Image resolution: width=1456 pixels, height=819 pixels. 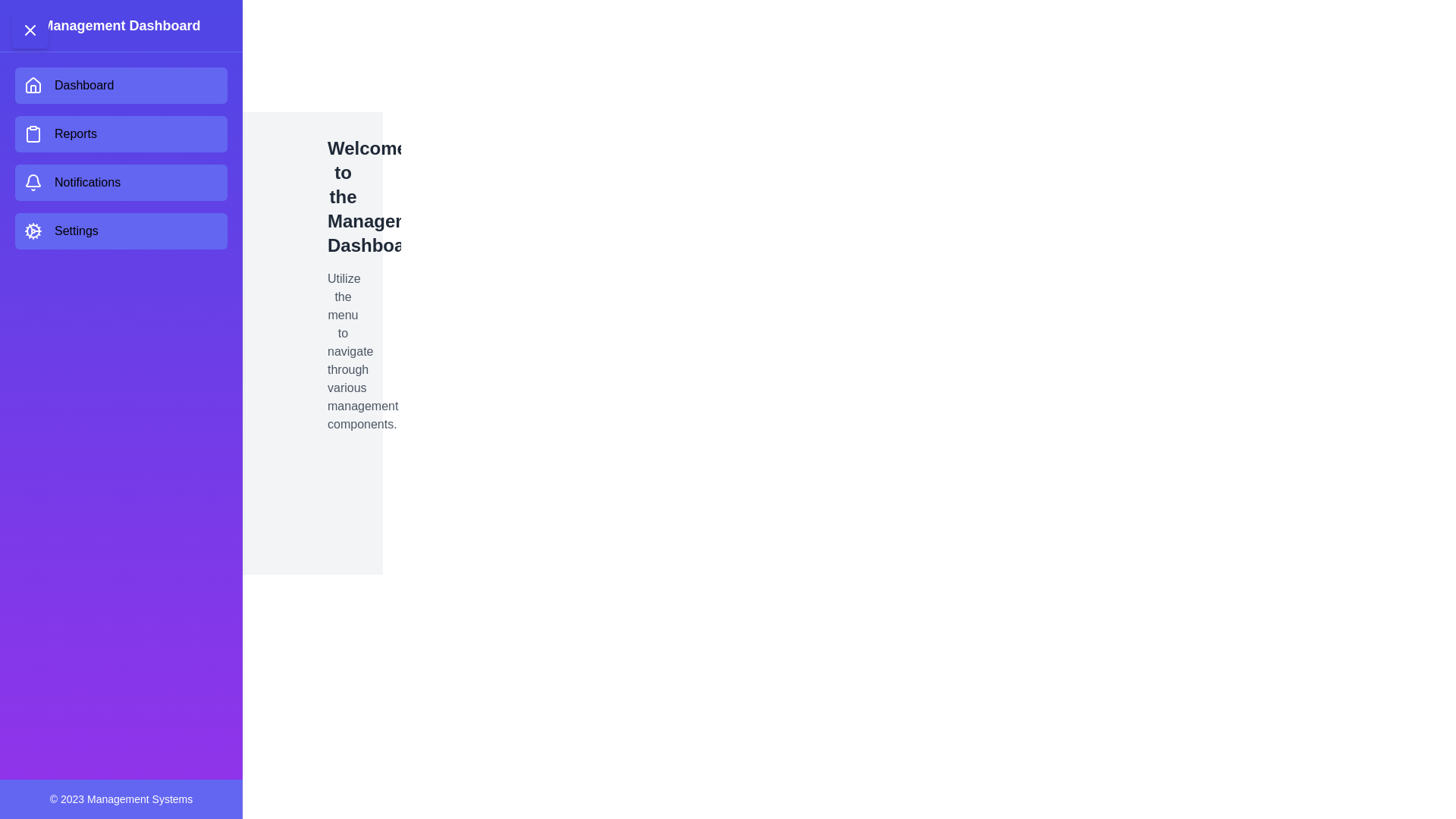 I want to click on the prominent header text displaying 'Welcome to the Management Dashboard', which is located at the top-left portion of the dashboard's main content area, so click(x=342, y=196).